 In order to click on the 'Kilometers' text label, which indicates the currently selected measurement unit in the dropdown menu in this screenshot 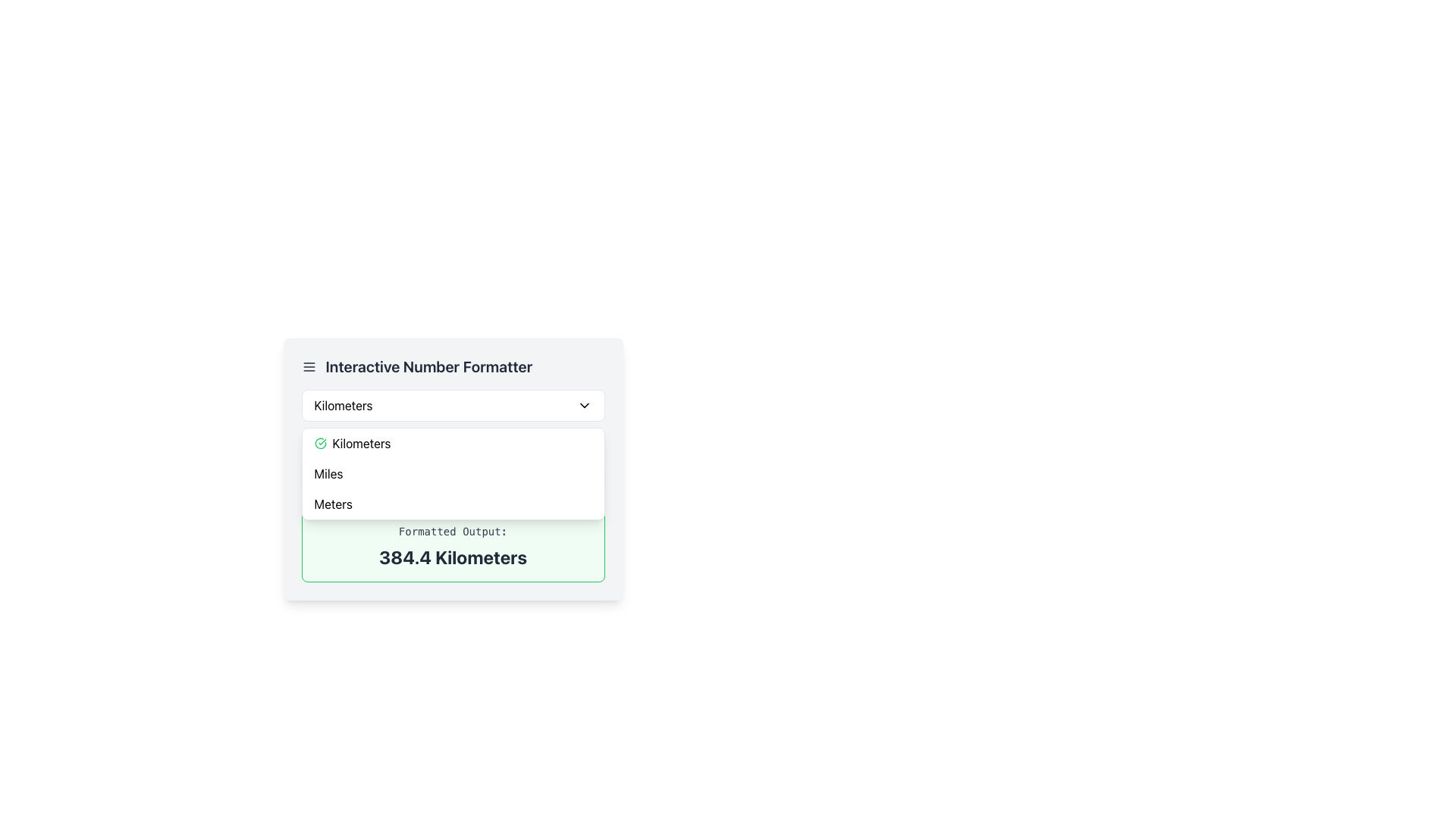, I will do `click(343, 405)`.